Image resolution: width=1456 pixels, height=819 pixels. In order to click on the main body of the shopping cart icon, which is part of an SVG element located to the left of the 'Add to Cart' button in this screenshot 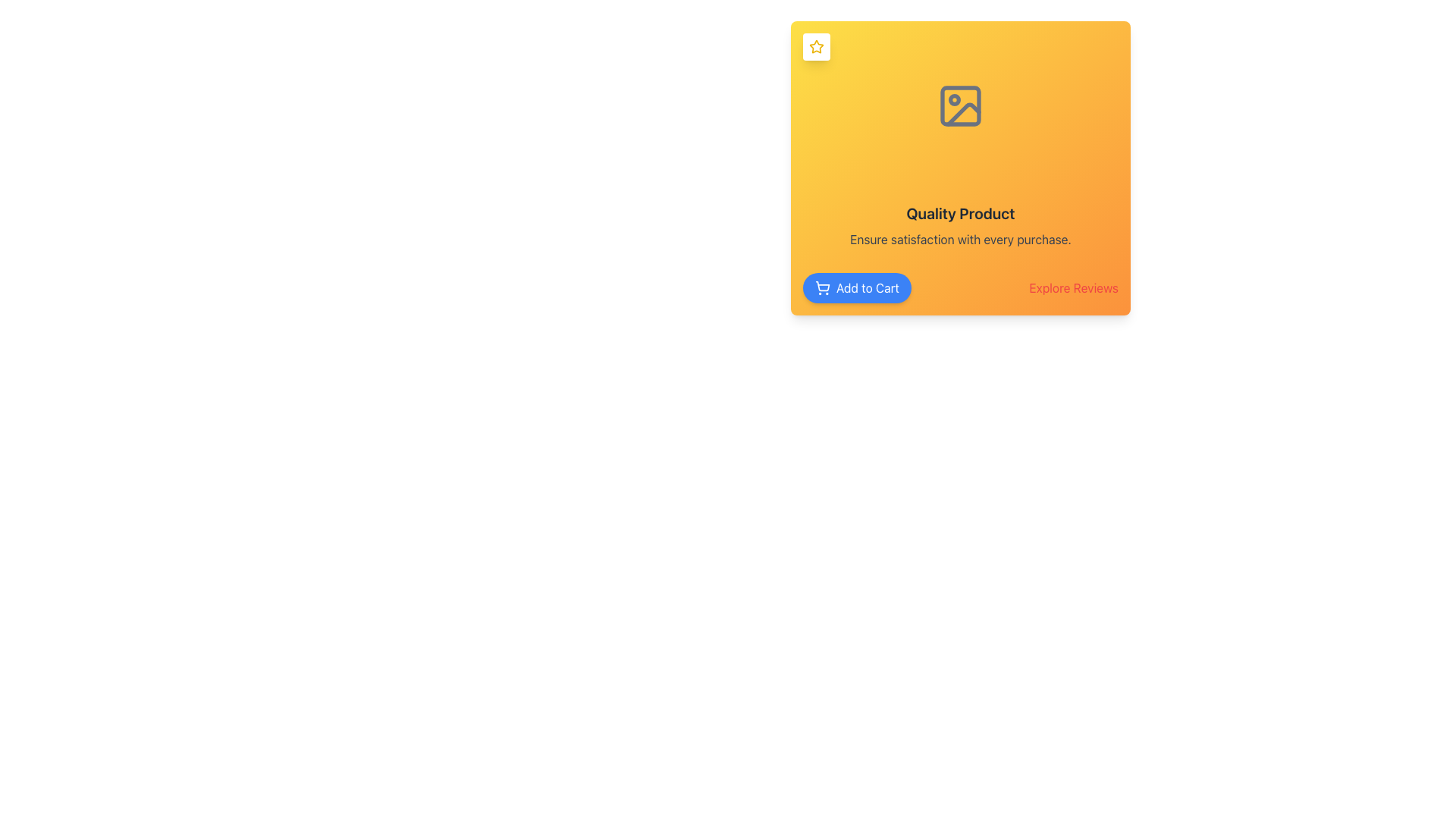, I will do `click(821, 286)`.